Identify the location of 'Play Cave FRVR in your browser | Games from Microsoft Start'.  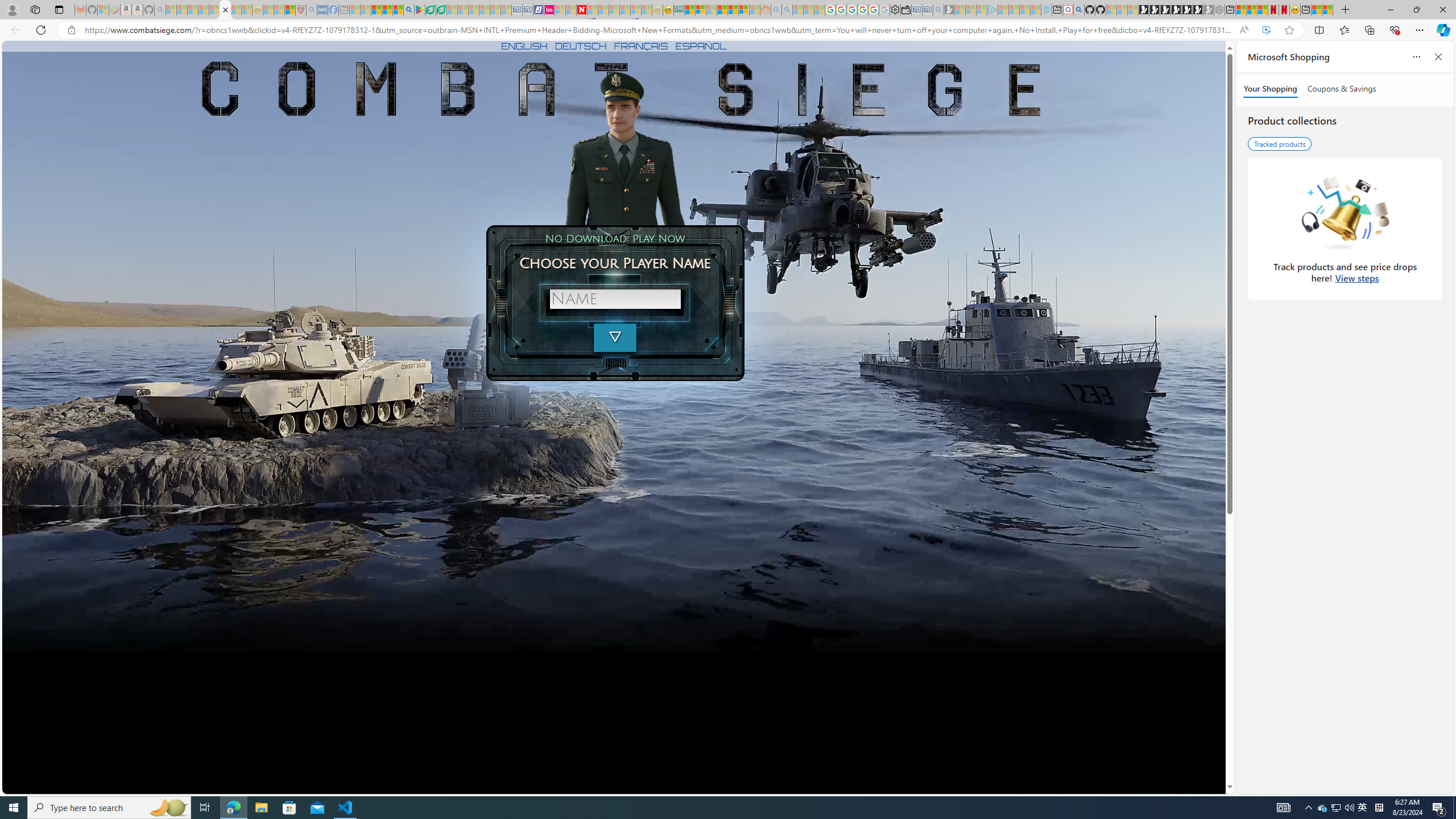
(1164, 9).